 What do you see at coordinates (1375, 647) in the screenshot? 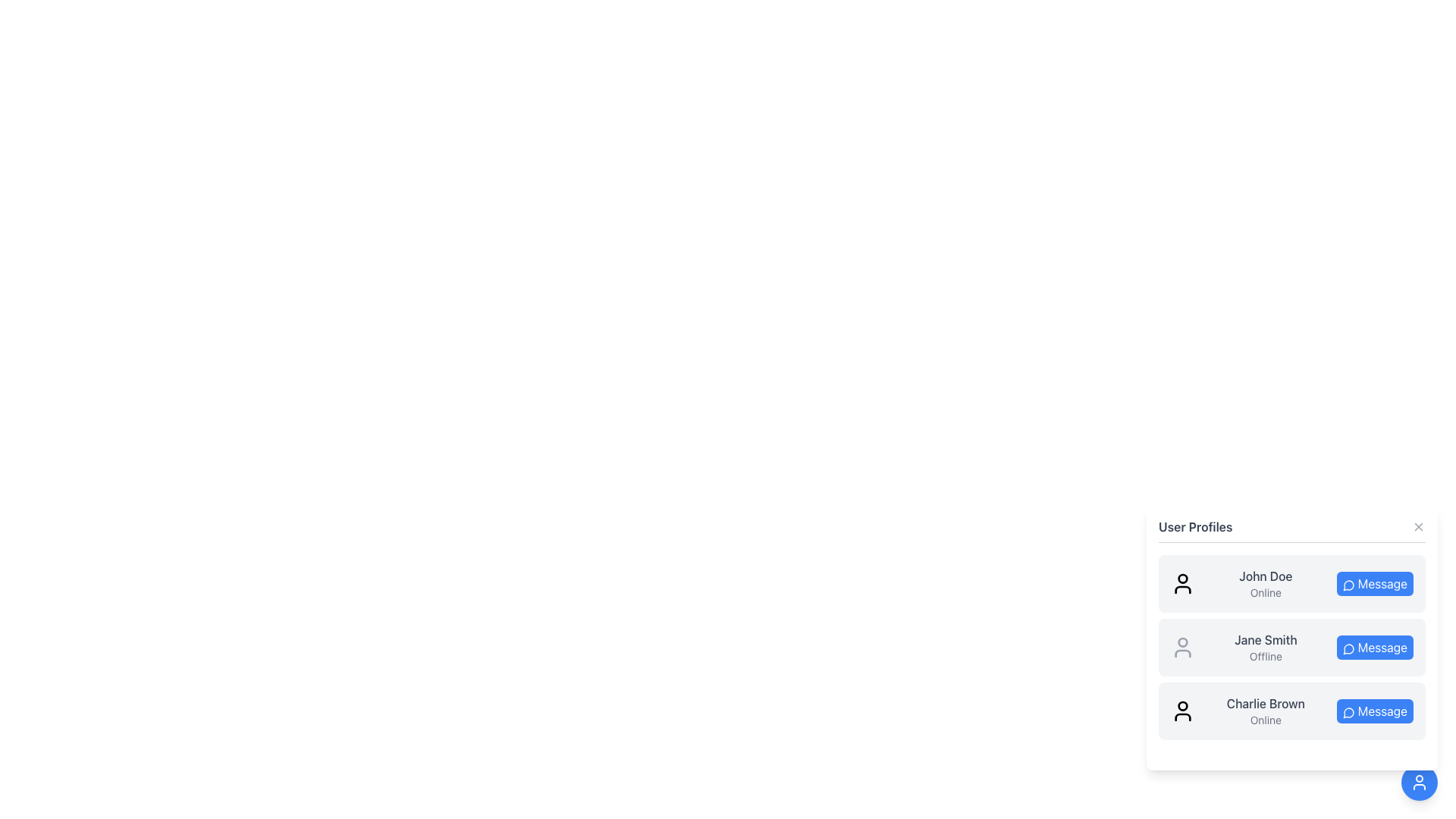
I see `the blue 'Message' button with white text and a message bubble icon, located in the bottom-right corner of Jane Smith's profile card` at bounding box center [1375, 647].